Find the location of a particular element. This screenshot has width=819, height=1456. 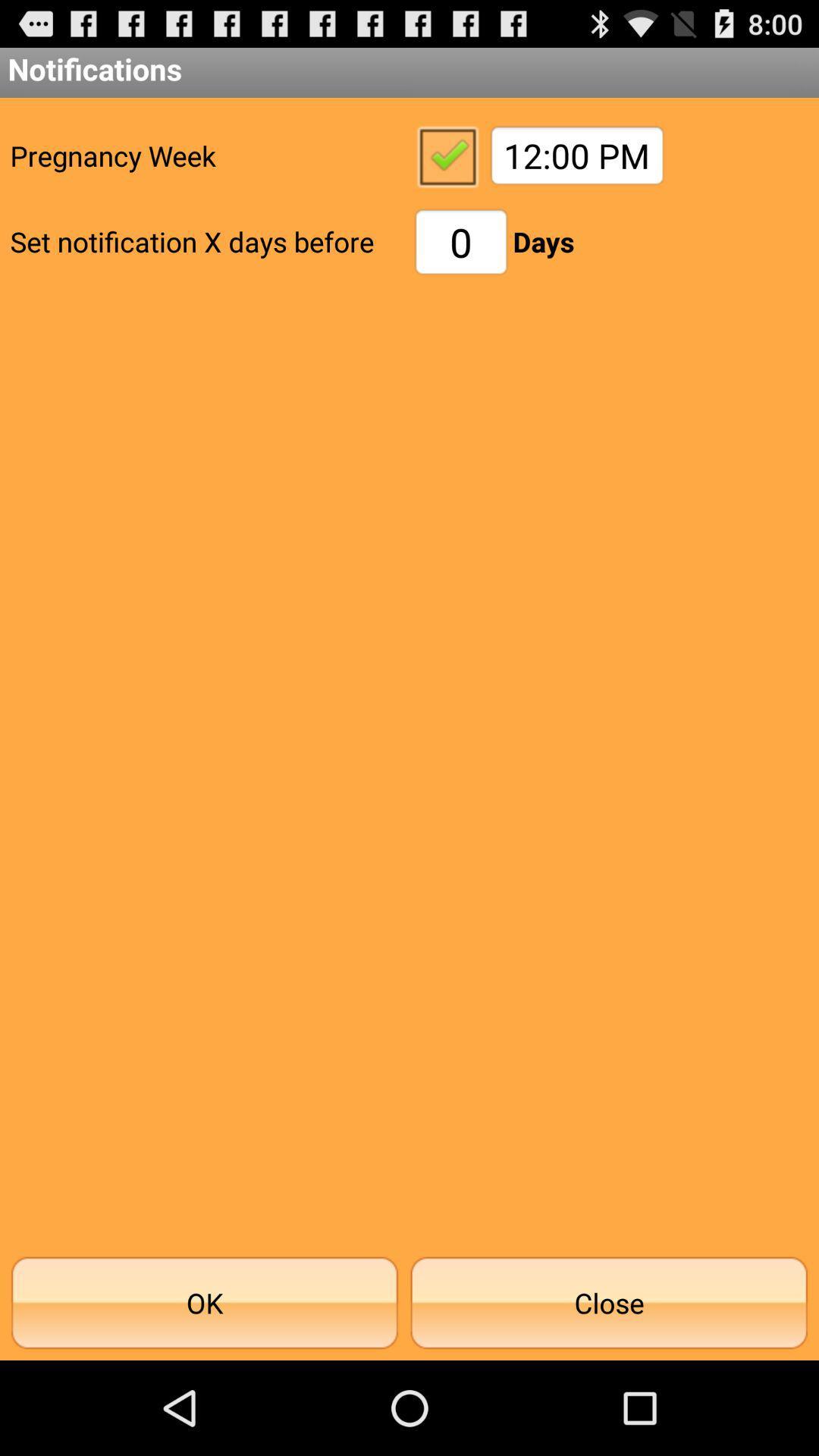

ok icon is located at coordinates (205, 1302).